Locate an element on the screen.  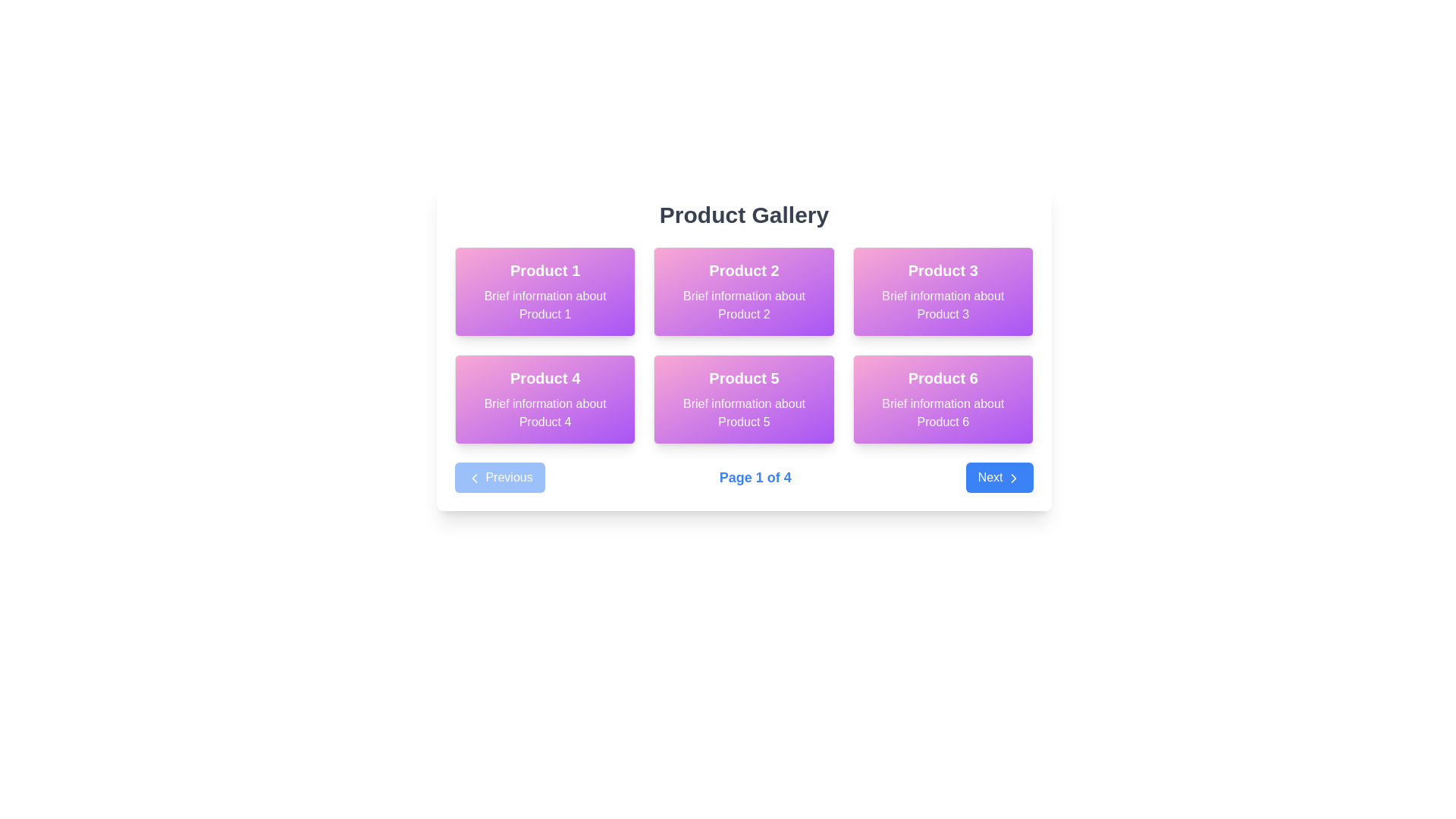
text label located in the bottom-right cell of the grid layout, which provides supplementary information for the title 'Product 6' is located at coordinates (942, 413).